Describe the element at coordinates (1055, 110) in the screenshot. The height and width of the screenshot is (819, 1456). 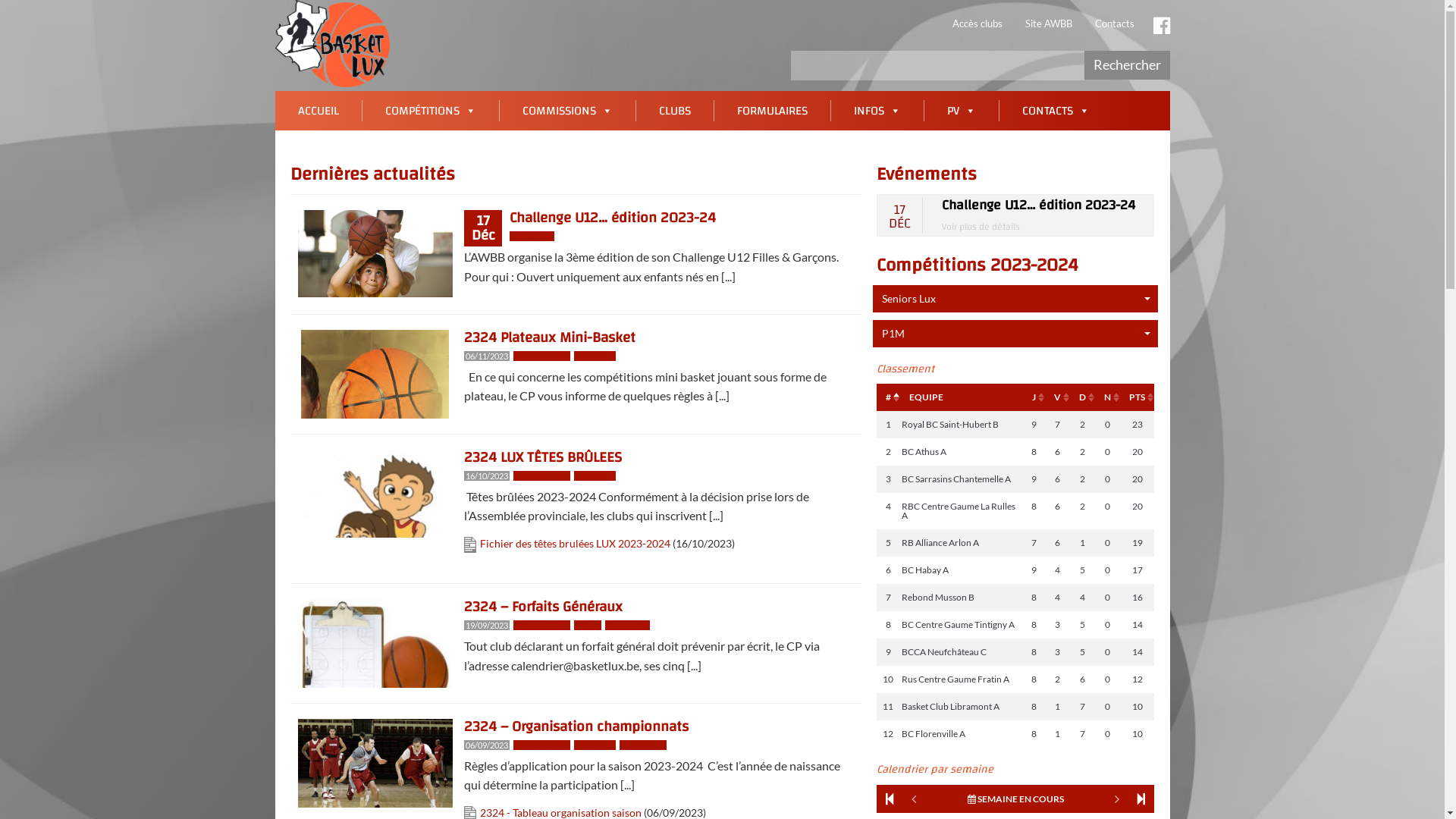
I see `'CONTACTS'` at that location.